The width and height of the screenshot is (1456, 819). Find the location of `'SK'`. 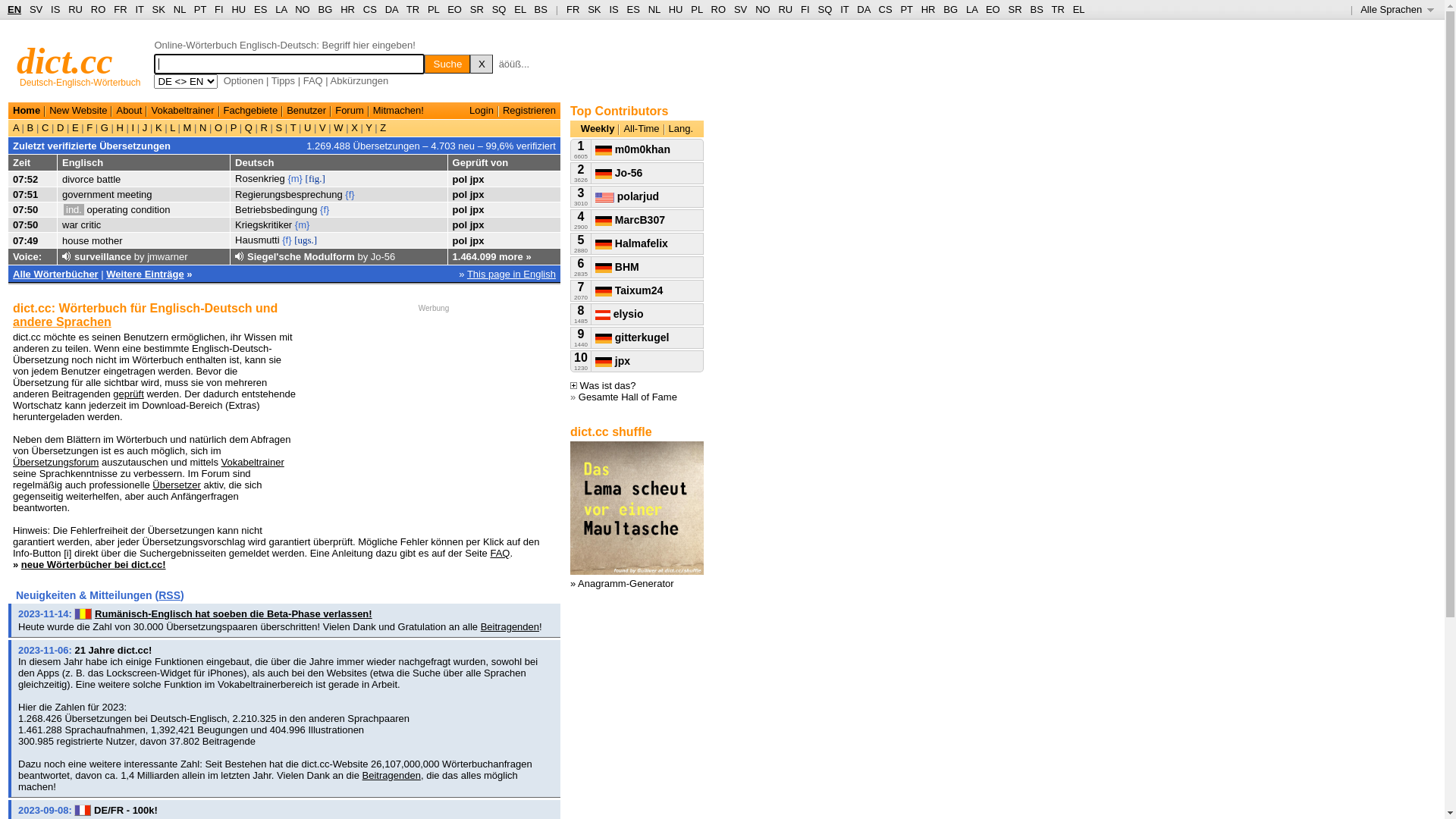

'SK' is located at coordinates (158, 9).